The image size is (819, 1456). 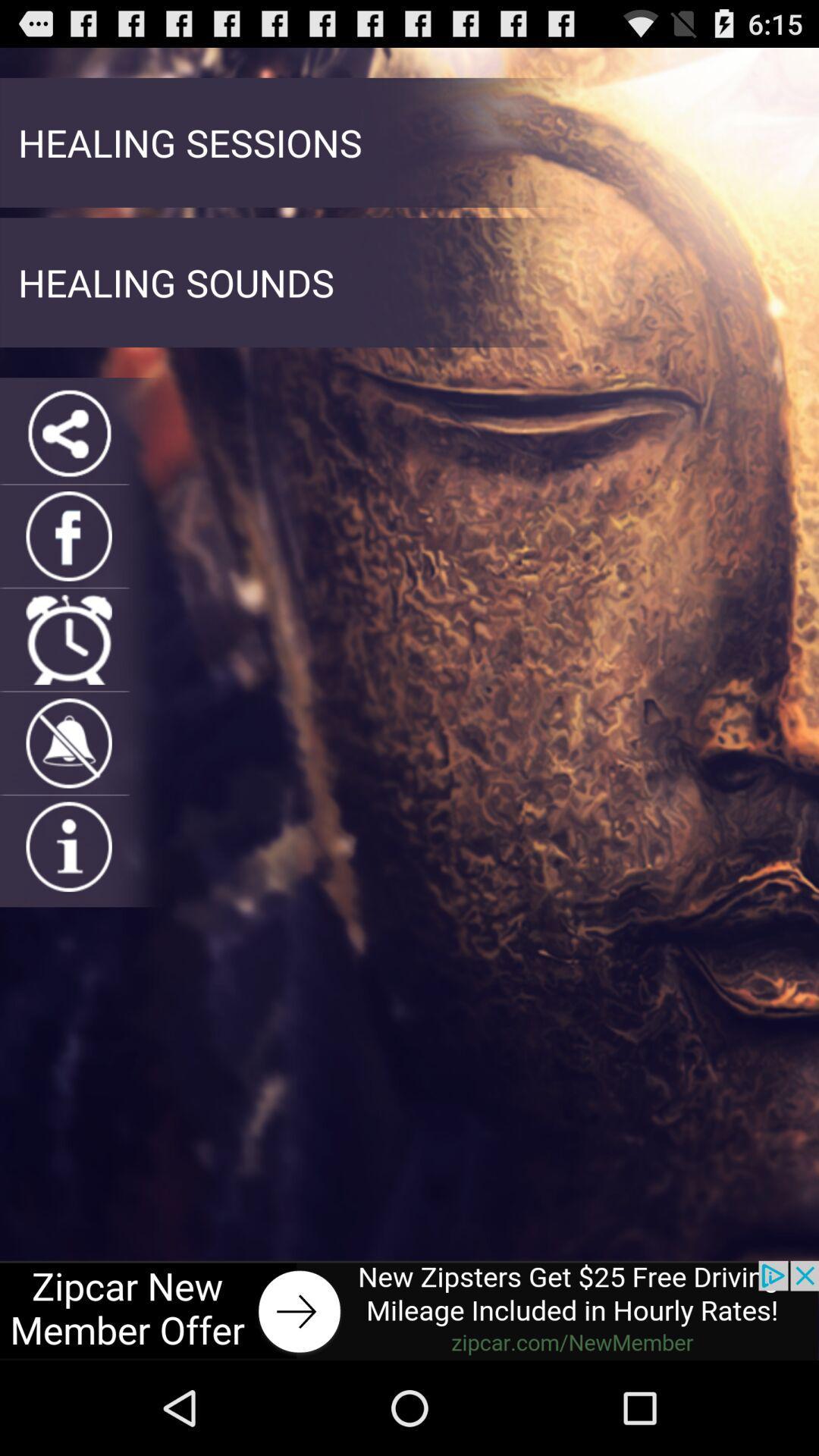 What do you see at coordinates (69, 743) in the screenshot?
I see `self healing is our humble effort to bring spiritual physical and mental` at bounding box center [69, 743].